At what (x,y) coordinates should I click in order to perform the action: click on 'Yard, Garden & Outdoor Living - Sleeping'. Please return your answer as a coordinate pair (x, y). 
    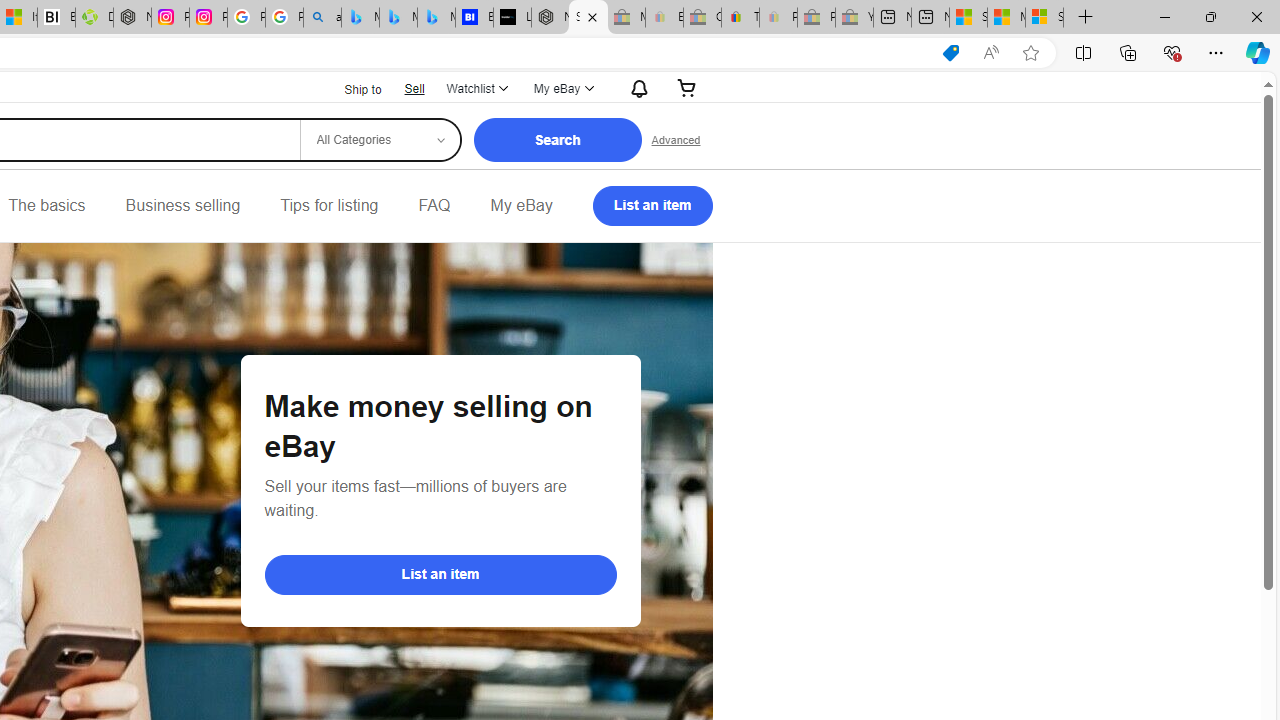
    Looking at the image, I should click on (854, 17).